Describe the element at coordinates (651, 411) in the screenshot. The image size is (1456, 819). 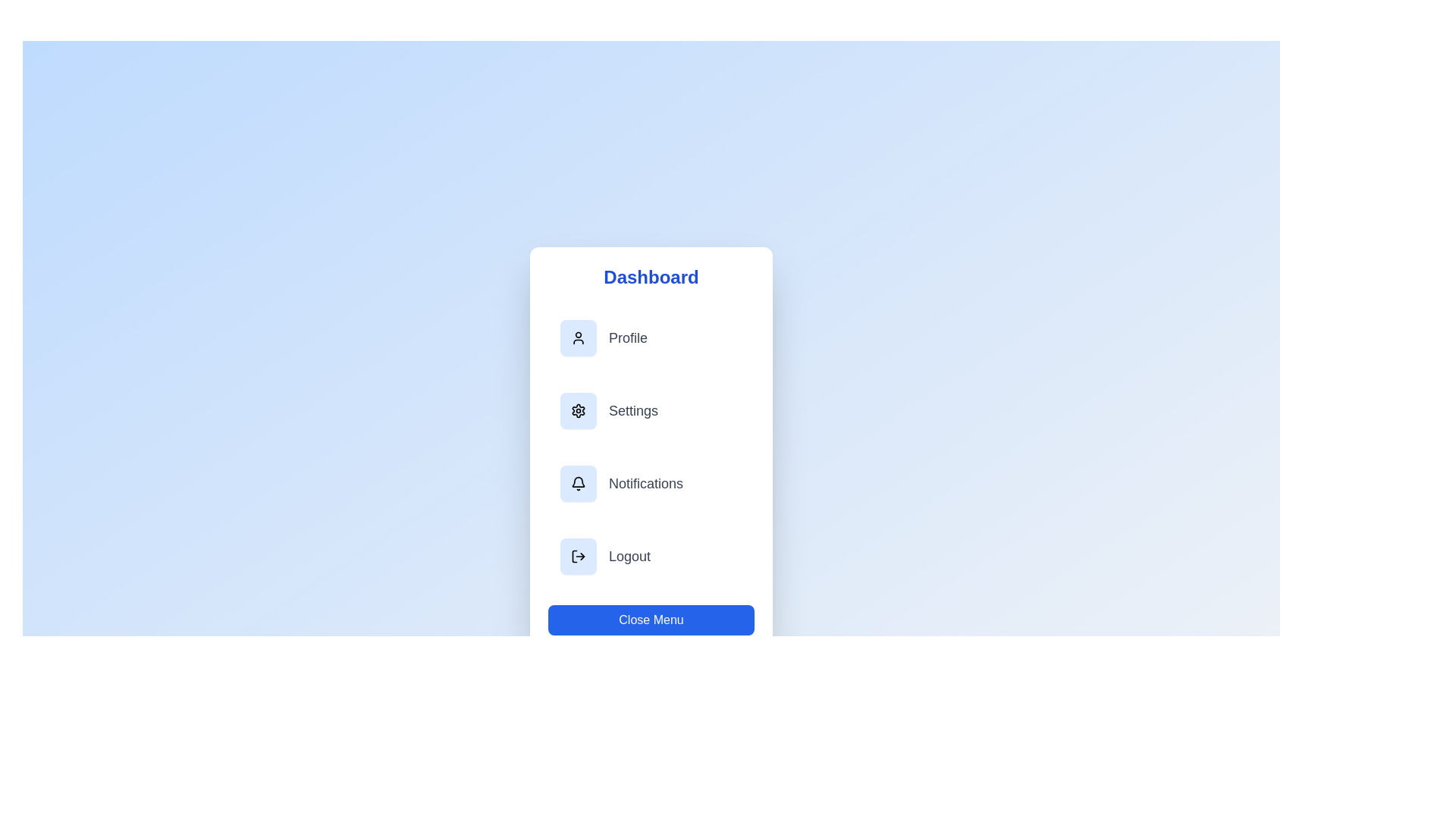
I see `the menu item labeled Settings to navigate to its respective section` at that location.